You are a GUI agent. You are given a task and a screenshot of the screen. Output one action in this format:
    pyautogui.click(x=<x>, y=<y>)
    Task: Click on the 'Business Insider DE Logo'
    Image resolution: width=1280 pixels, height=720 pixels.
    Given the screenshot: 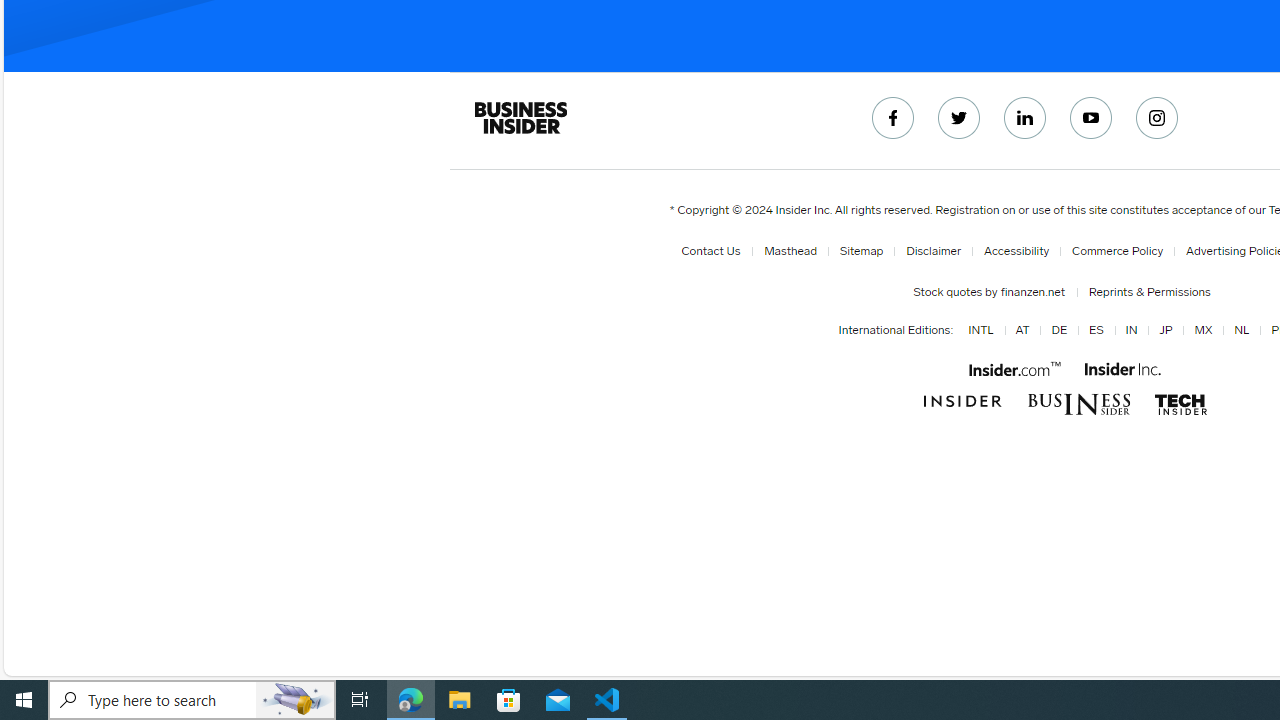 What is the action you would take?
    pyautogui.click(x=1078, y=404)
    